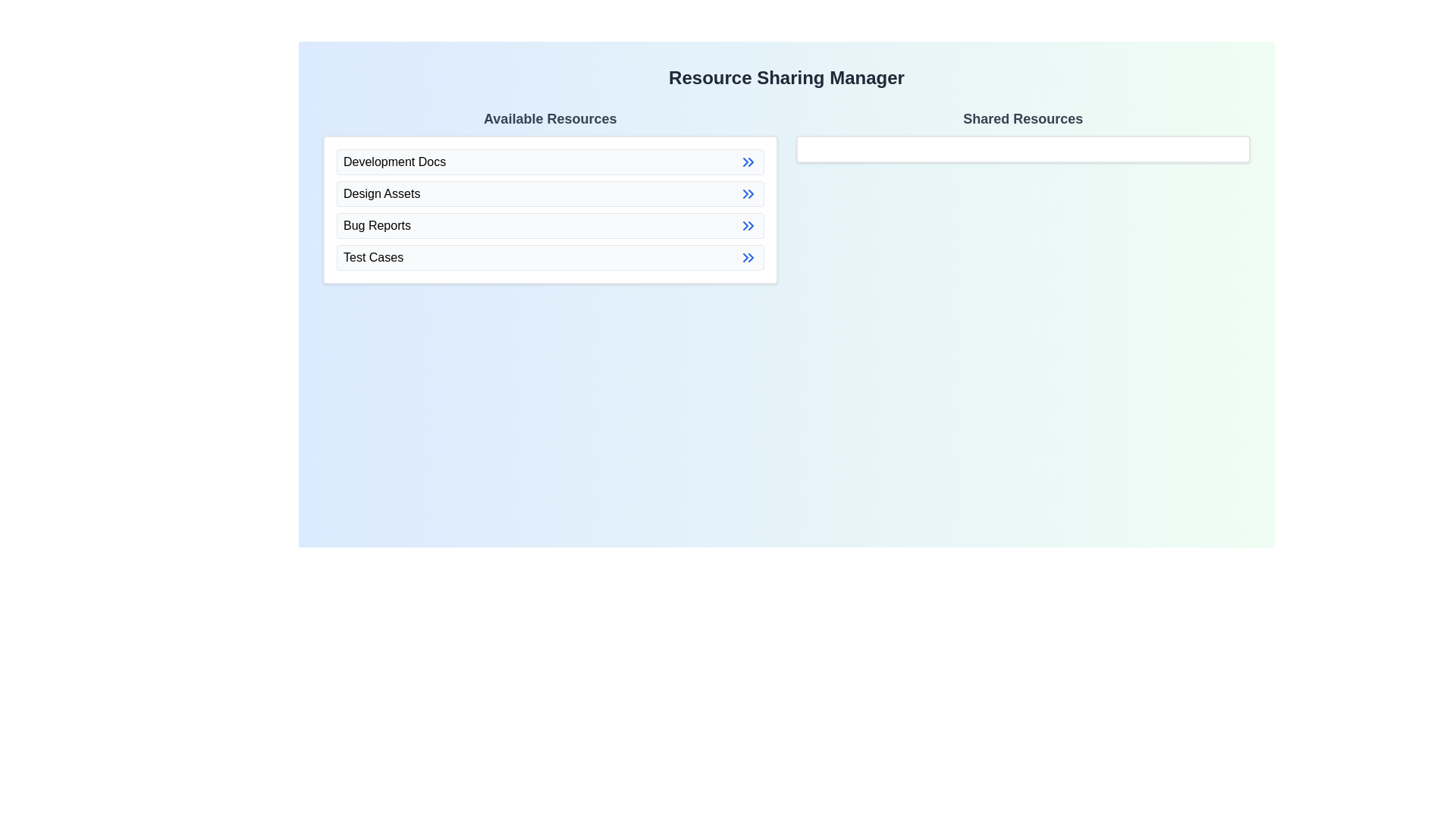  I want to click on transfer button next to the resource Bug Reports to move it to 'Shared Resources', so click(748, 225).